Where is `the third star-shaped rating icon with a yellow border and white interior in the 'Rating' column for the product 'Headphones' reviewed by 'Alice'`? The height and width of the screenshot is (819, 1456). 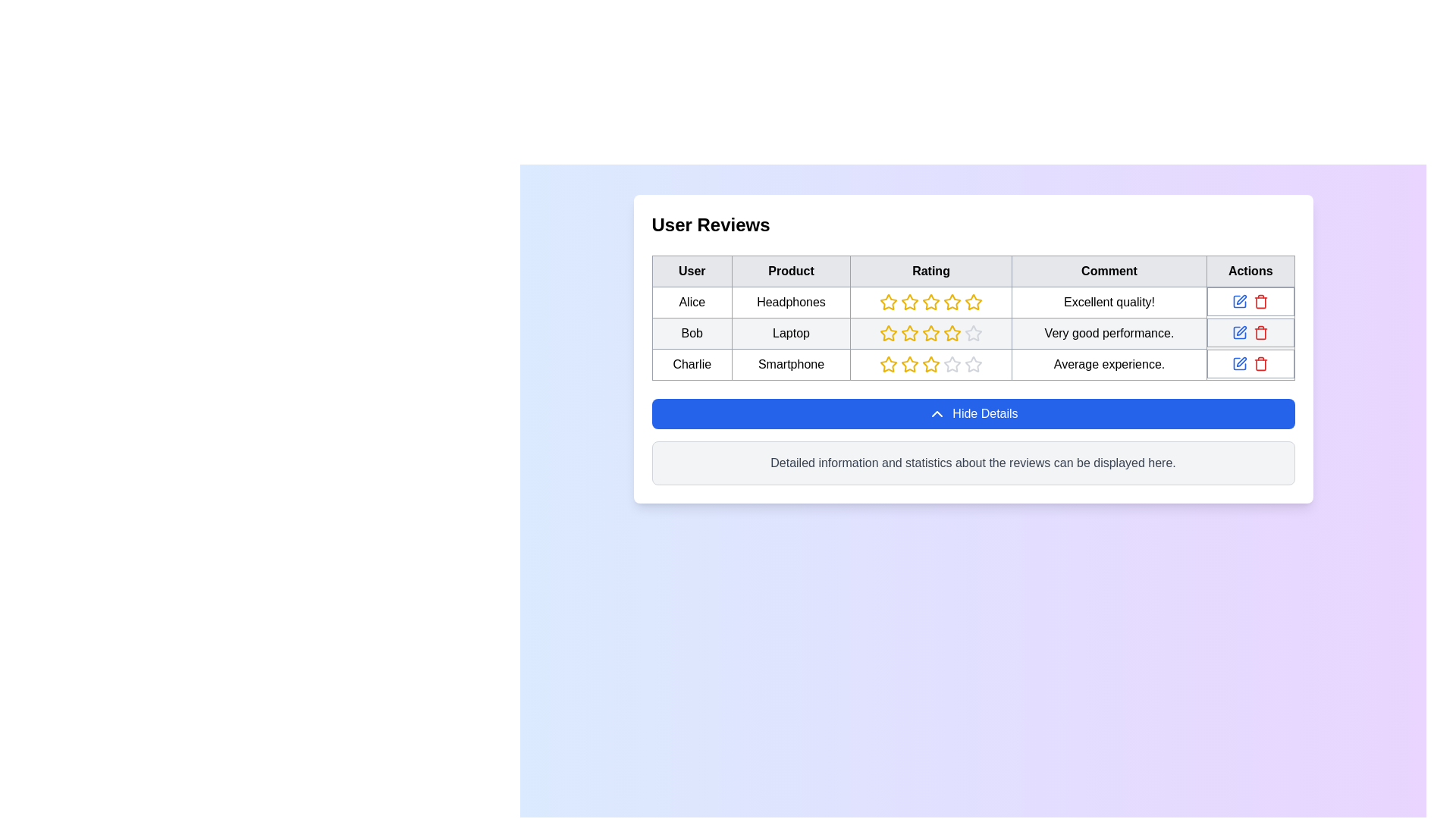 the third star-shaped rating icon with a yellow border and white interior in the 'Rating' column for the product 'Headphones' reviewed by 'Alice' is located at coordinates (910, 302).